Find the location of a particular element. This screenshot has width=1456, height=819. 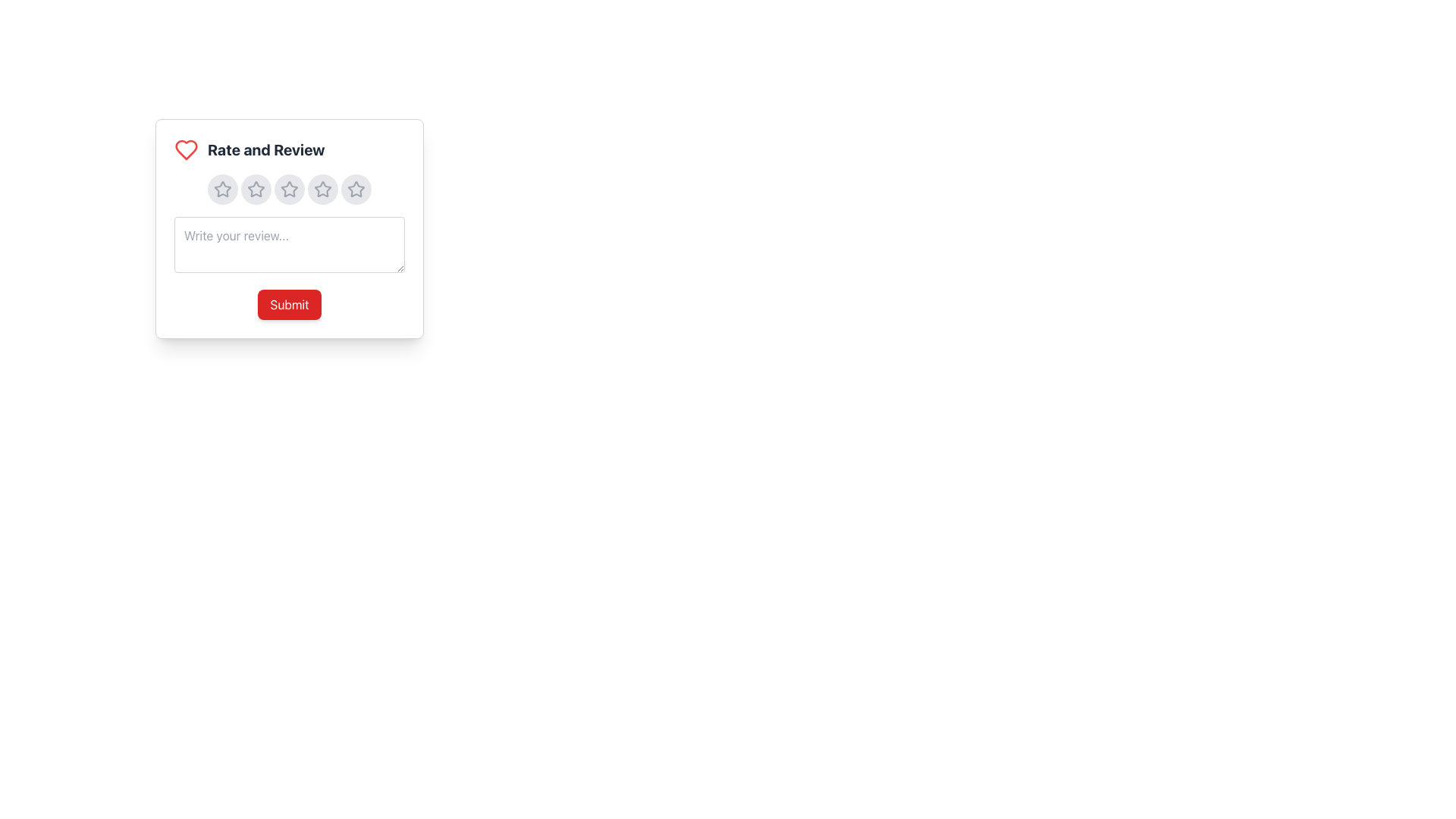

the highlighted star in the Rating Star Component, which is part of the 'Rate and Review' section is located at coordinates (290, 189).